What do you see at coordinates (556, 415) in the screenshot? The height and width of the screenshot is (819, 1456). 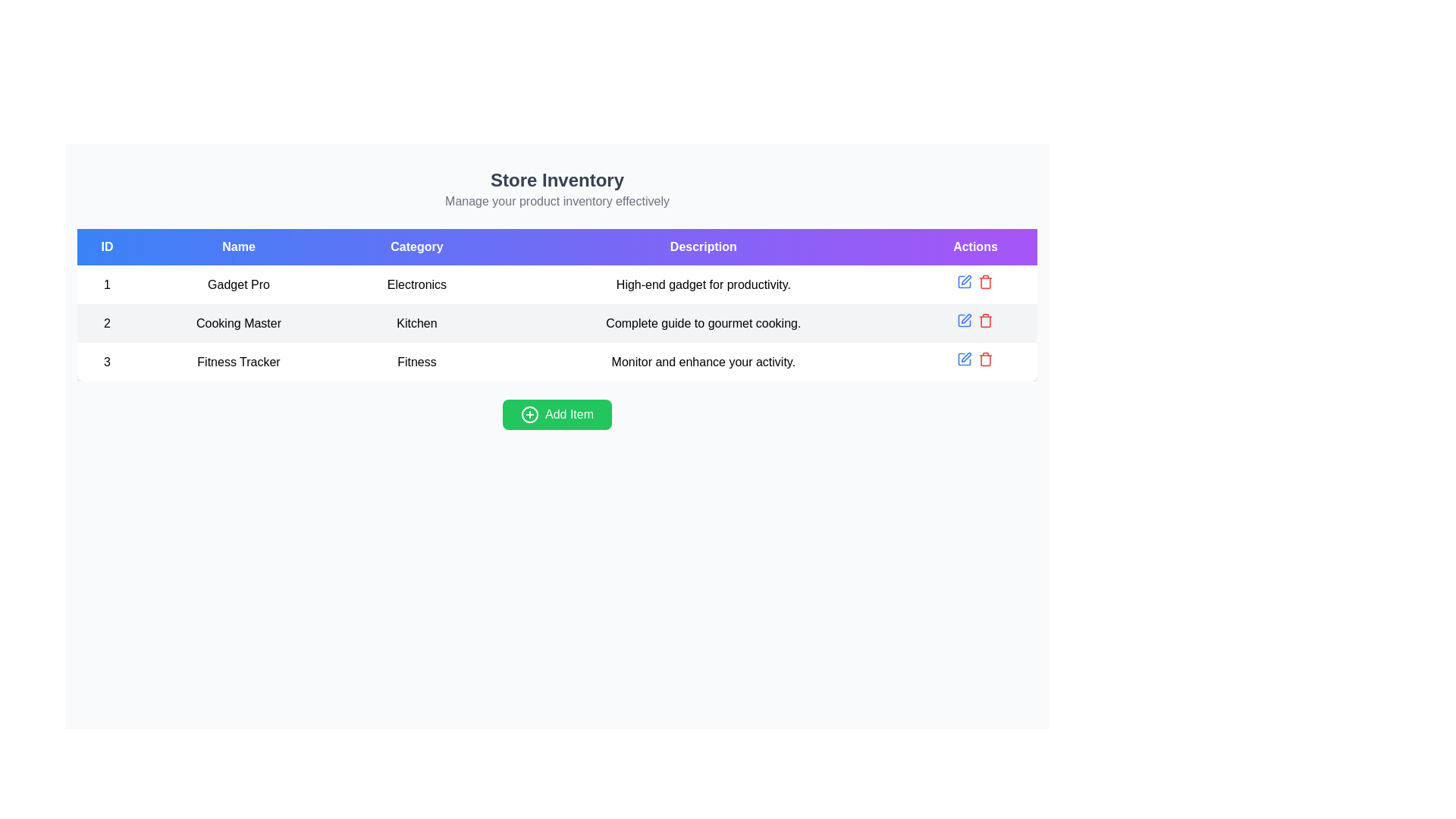 I see `the large green button labeled 'Add Item' that features a white circular plus icon` at bounding box center [556, 415].